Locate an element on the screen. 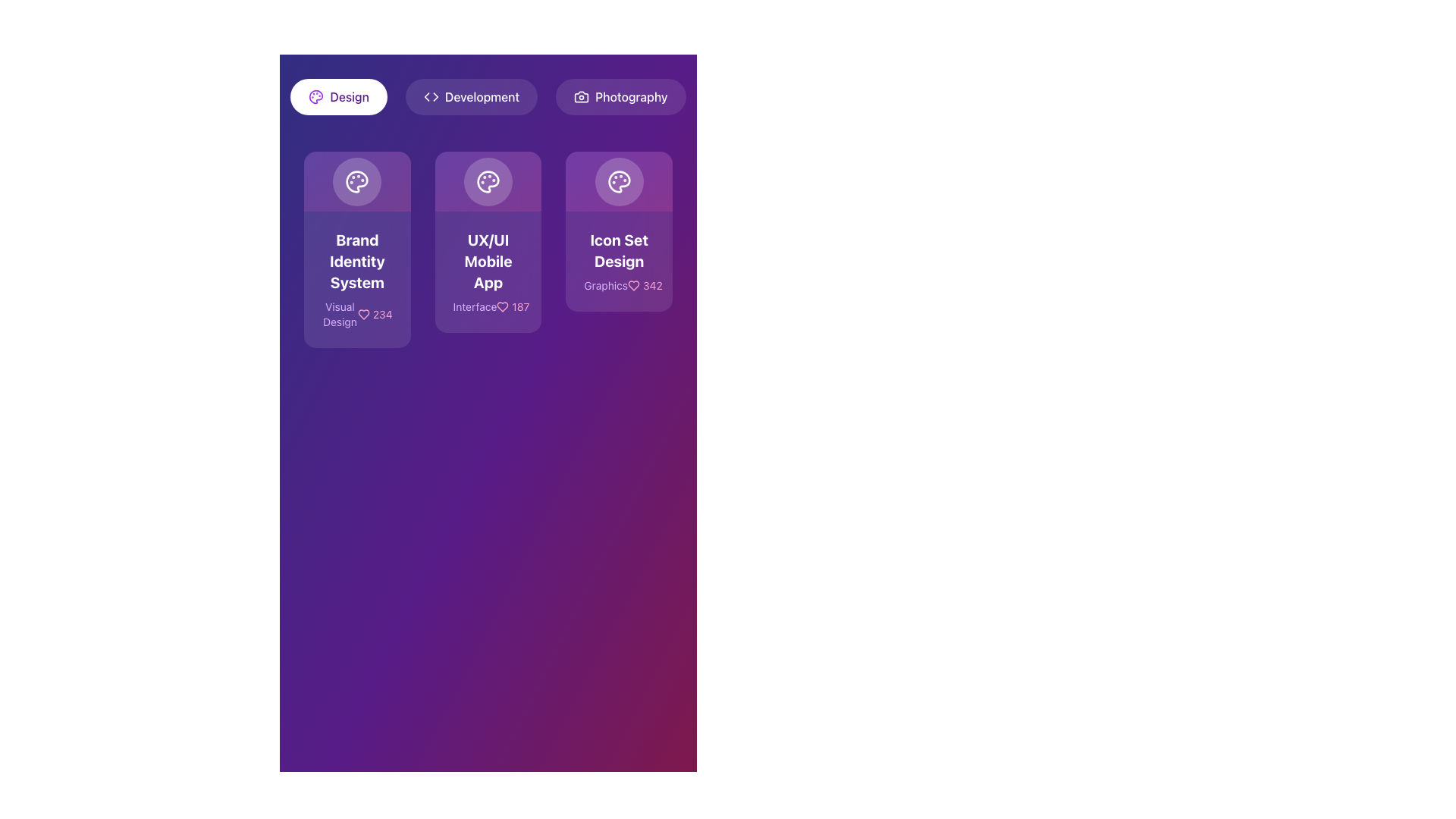 Image resolution: width=1456 pixels, height=819 pixels. header text 'Brand Identity System' displayed in bold, large, white text within the purple rectangular card layout, located in the top-left area of the interface is located at coordinates (356, 261).